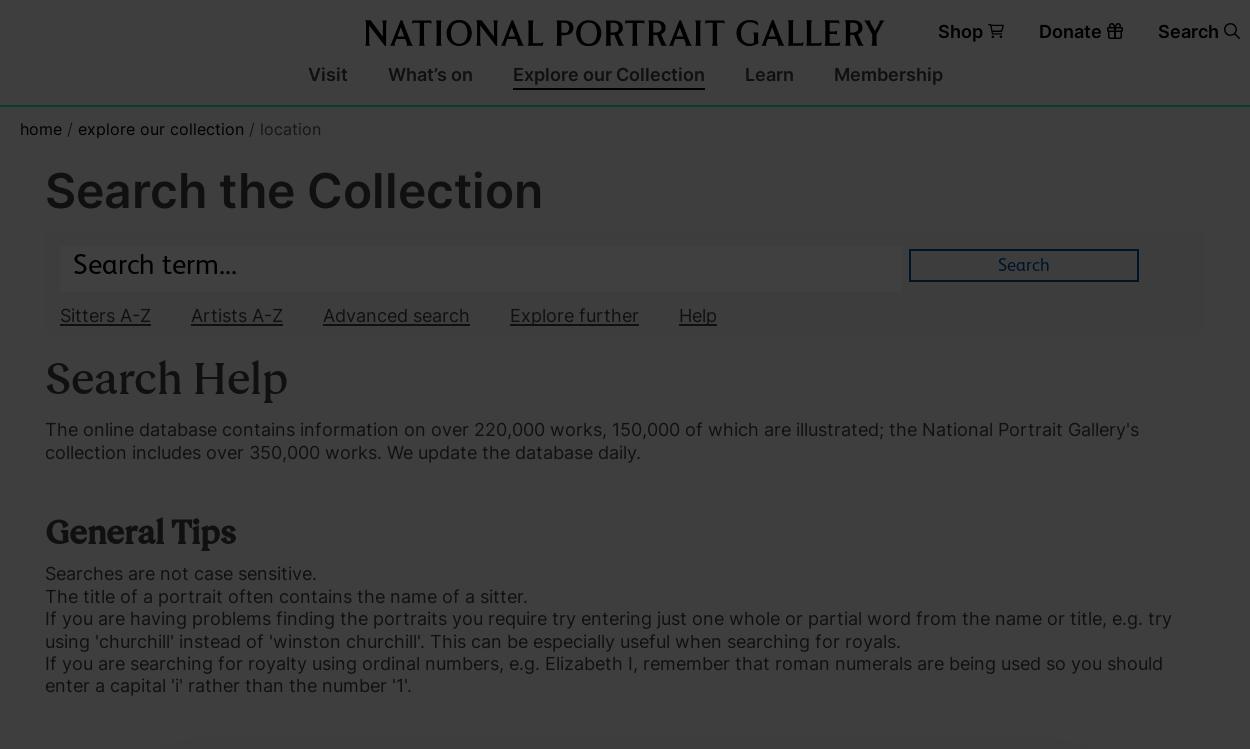 This screenshot has width=1250, height=749. What do you see at coordinates (429, 72) in the screenshot?
I see `'What’s on'` at bounding box center [429, 72].